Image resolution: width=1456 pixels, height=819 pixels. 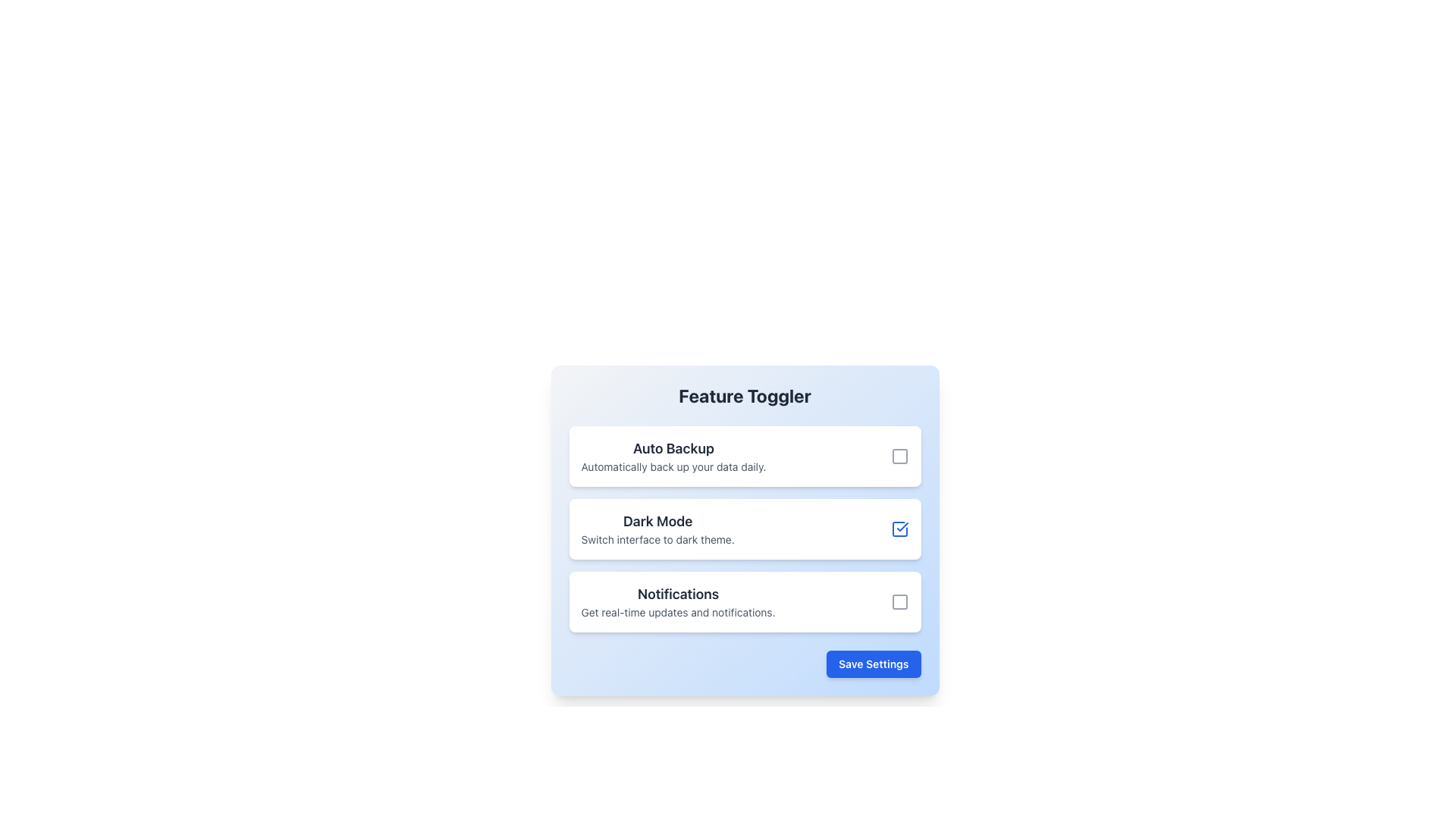 What do you see at coordinates (673, 466) in the screenshot?
I see `the text label that reads 'Automatically back up your data daily.', which is located below the title 'Auto Backup' in the settings panel` at bounding box center [673, 466].